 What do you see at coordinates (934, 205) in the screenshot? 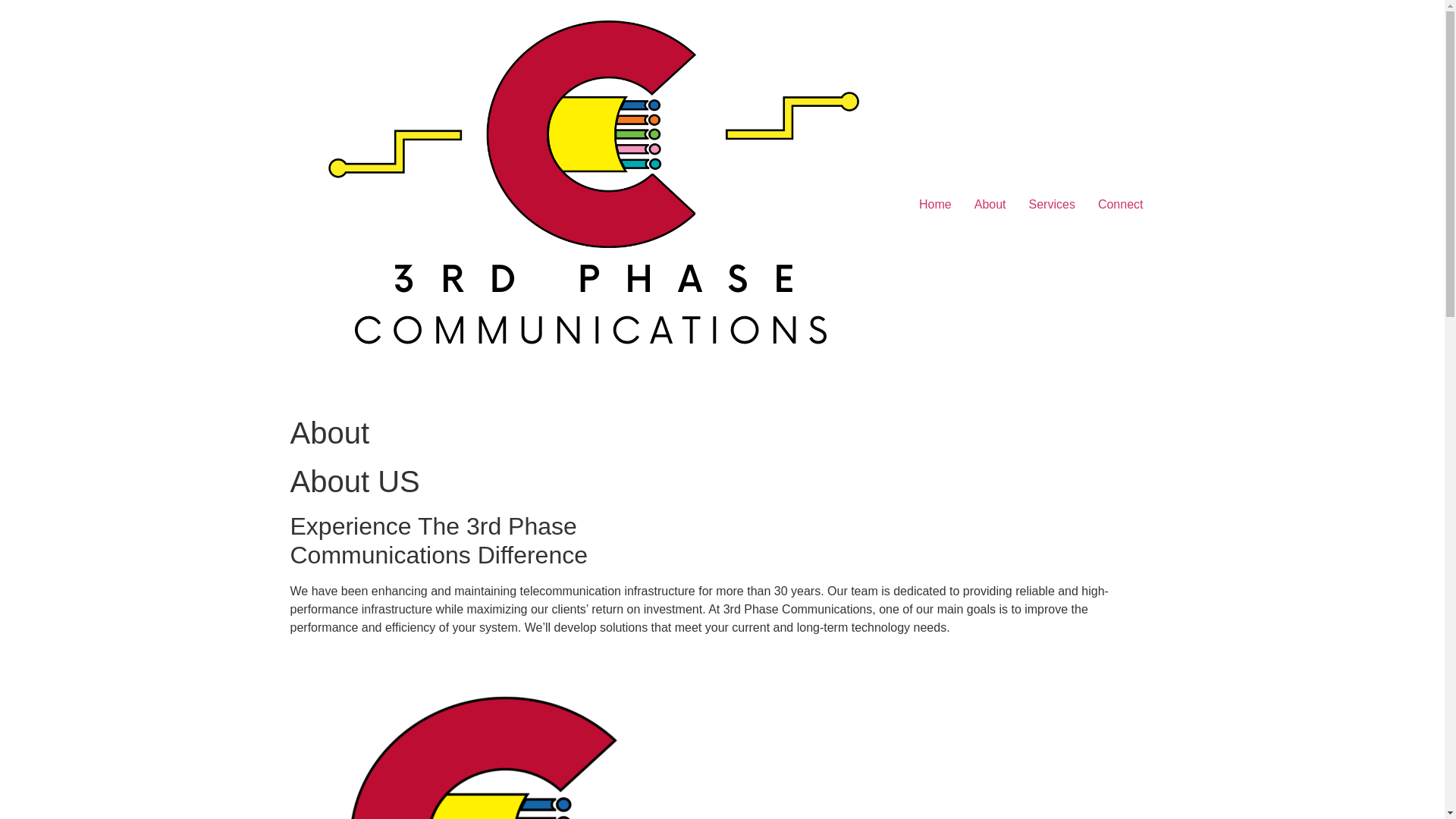
I see `'Home'` at bounding box center [934, 205].